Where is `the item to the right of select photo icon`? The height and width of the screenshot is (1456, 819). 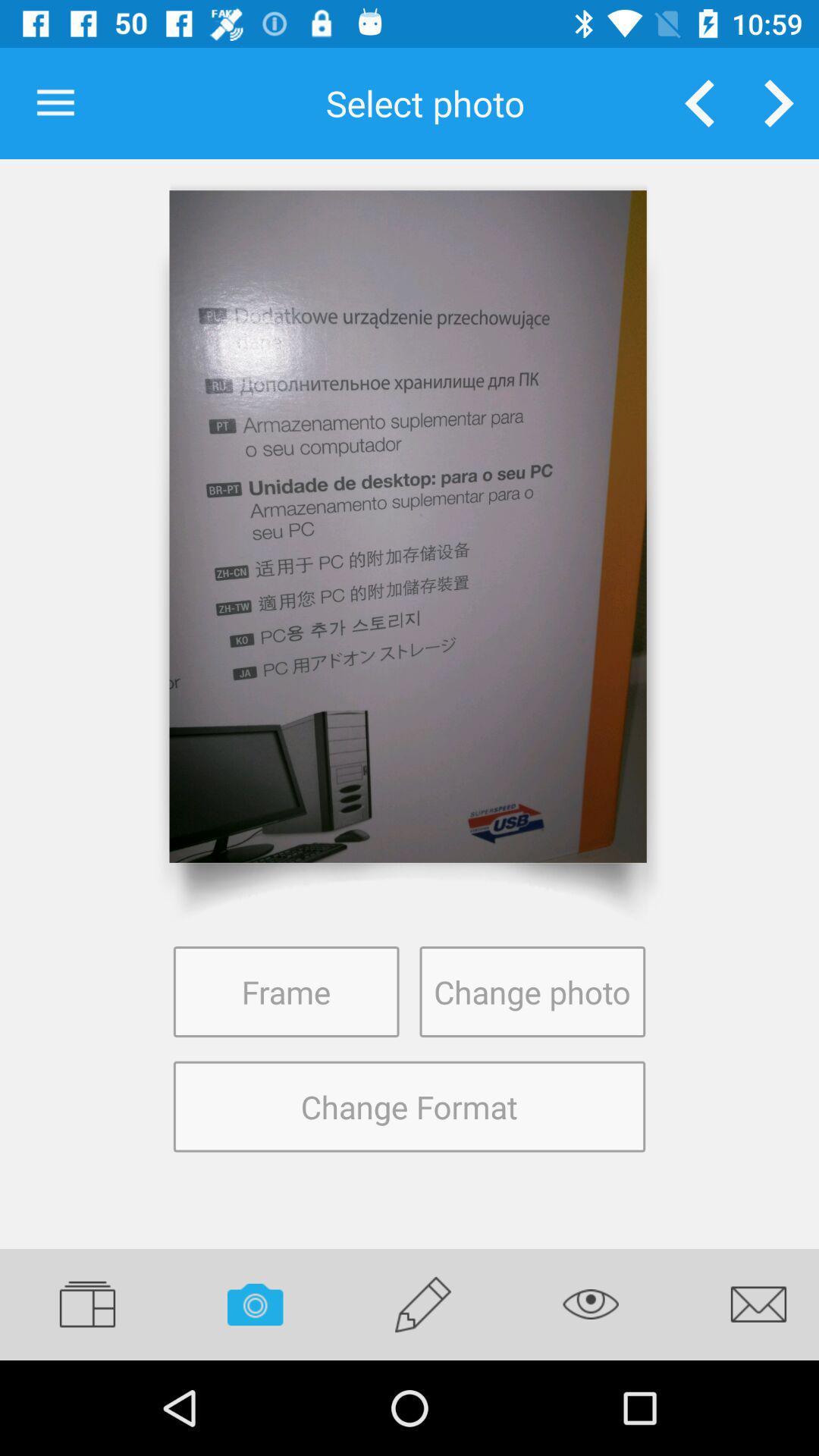 the item to the right of select photo icon is located at coordinates (699, 102).